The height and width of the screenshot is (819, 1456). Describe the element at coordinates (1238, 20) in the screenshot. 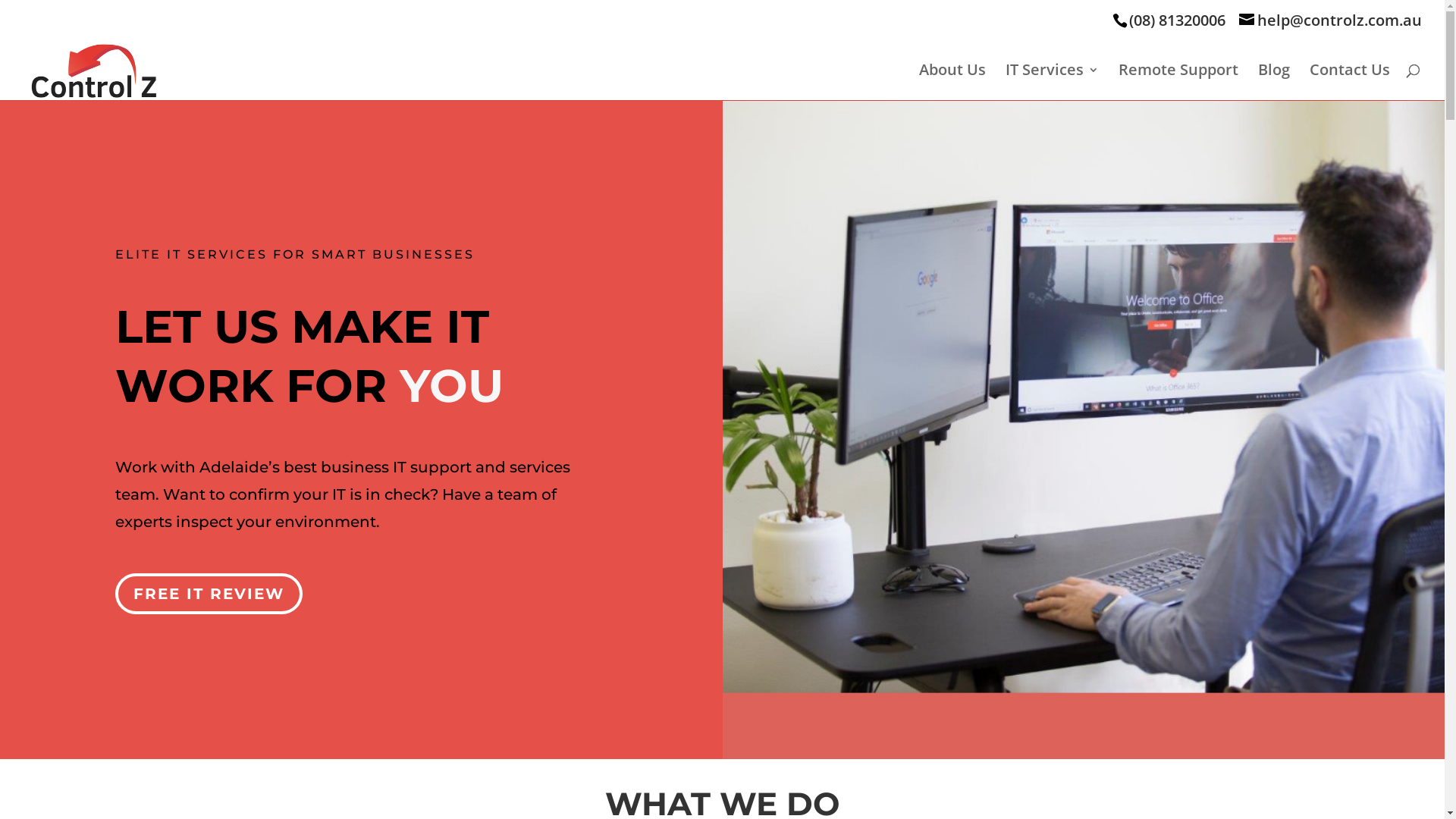

I see `'help@controlz.com.au'` at that location.